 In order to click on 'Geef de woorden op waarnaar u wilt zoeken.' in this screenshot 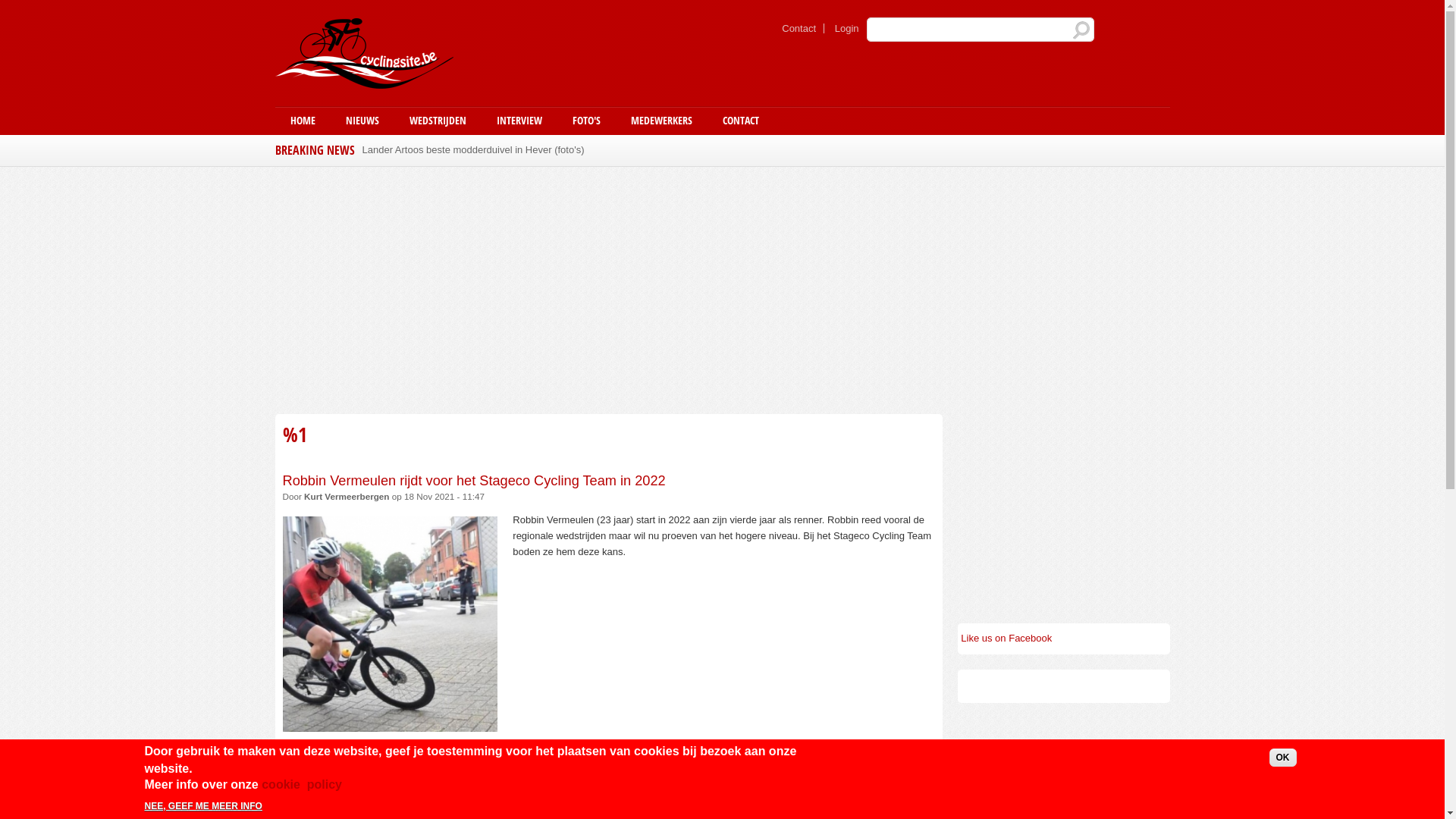, I will do `click(979, 29)`.